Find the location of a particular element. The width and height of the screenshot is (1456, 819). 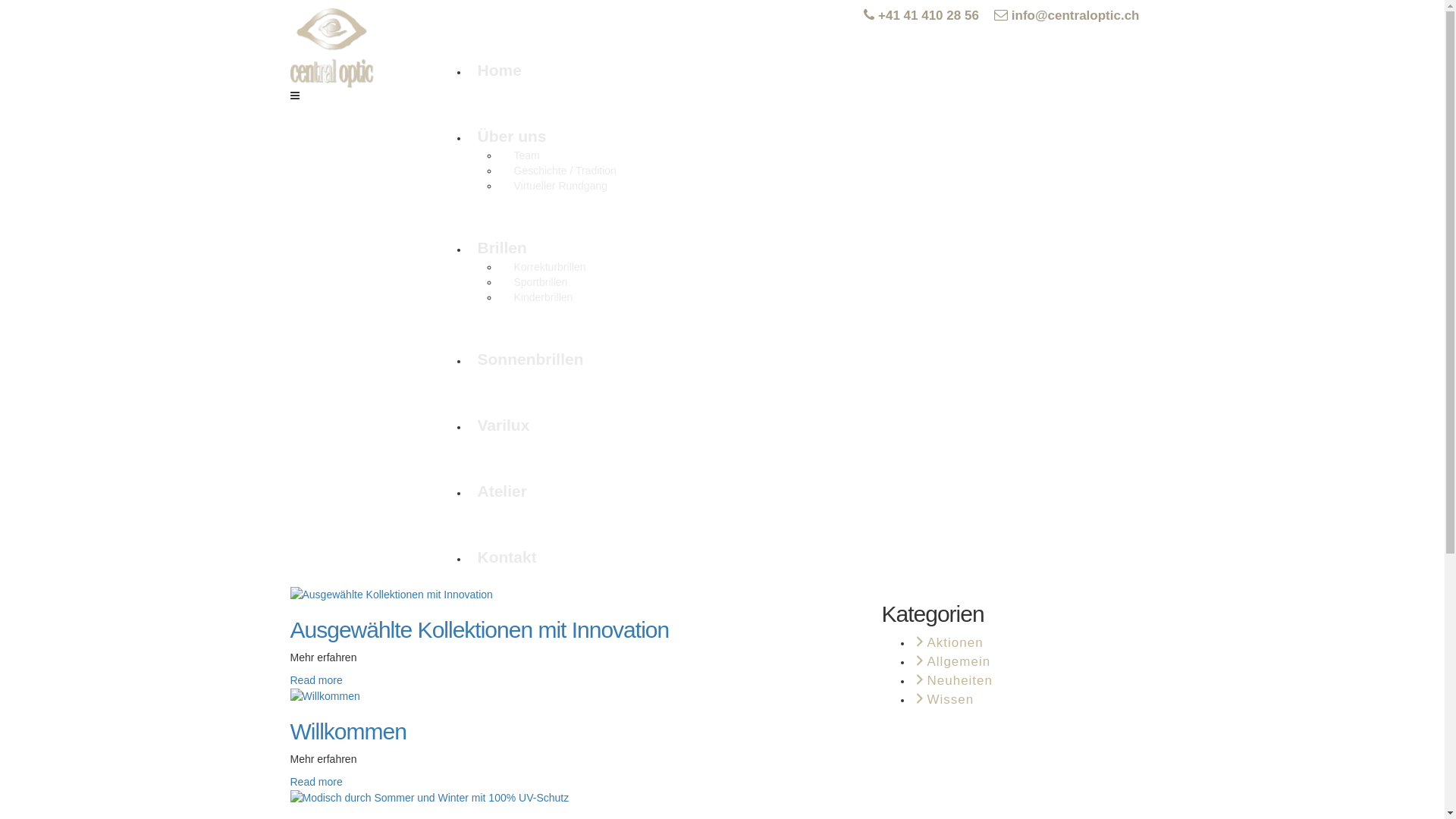

'Wissen' is located at coordinates (910, 699).